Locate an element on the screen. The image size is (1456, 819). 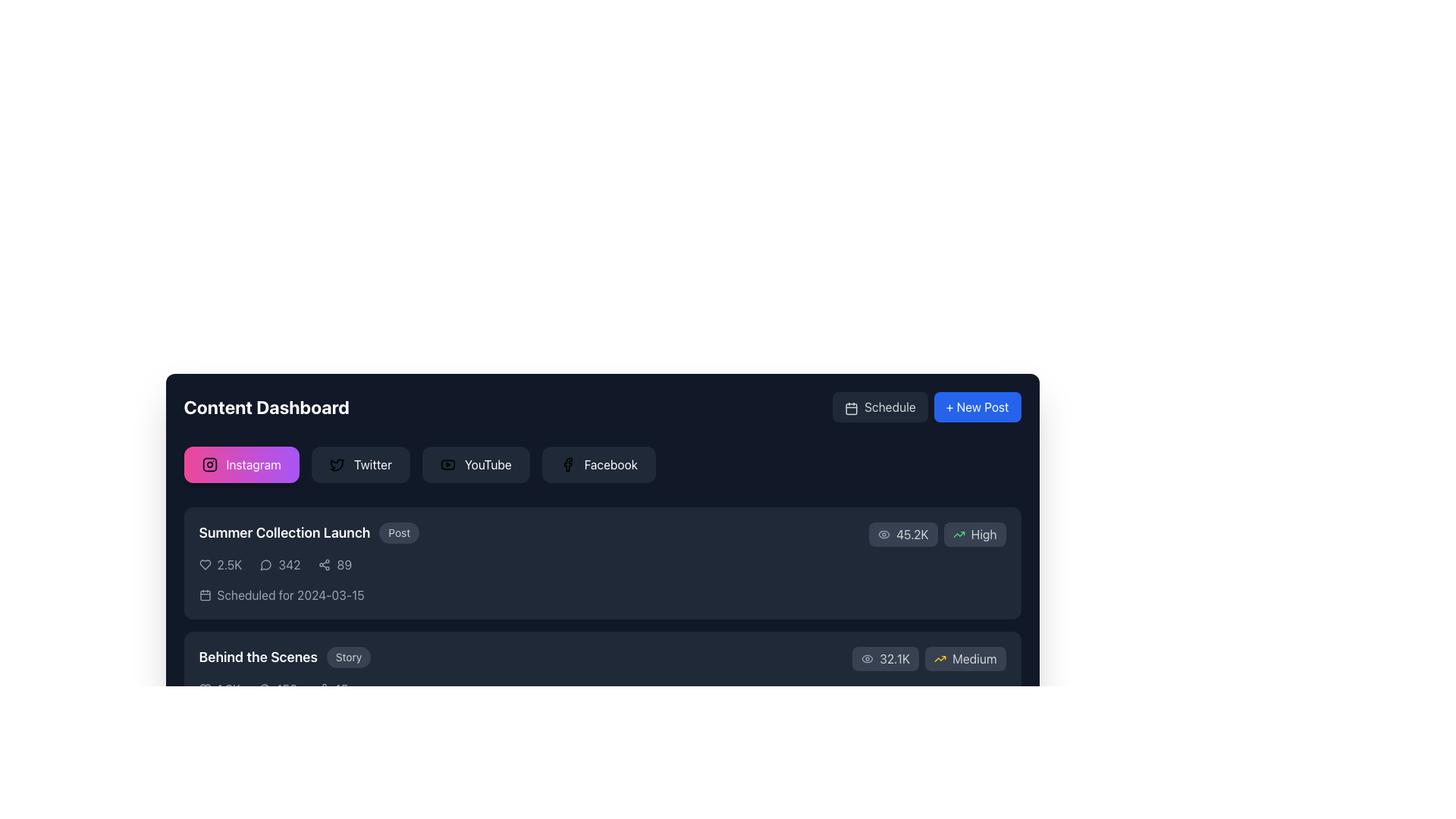
the text label that displays the count of comments or interactions beneath the 'Behind the Scenes' heading, located between the heart-related group and the share-related group is located at coordinates (278, 689).